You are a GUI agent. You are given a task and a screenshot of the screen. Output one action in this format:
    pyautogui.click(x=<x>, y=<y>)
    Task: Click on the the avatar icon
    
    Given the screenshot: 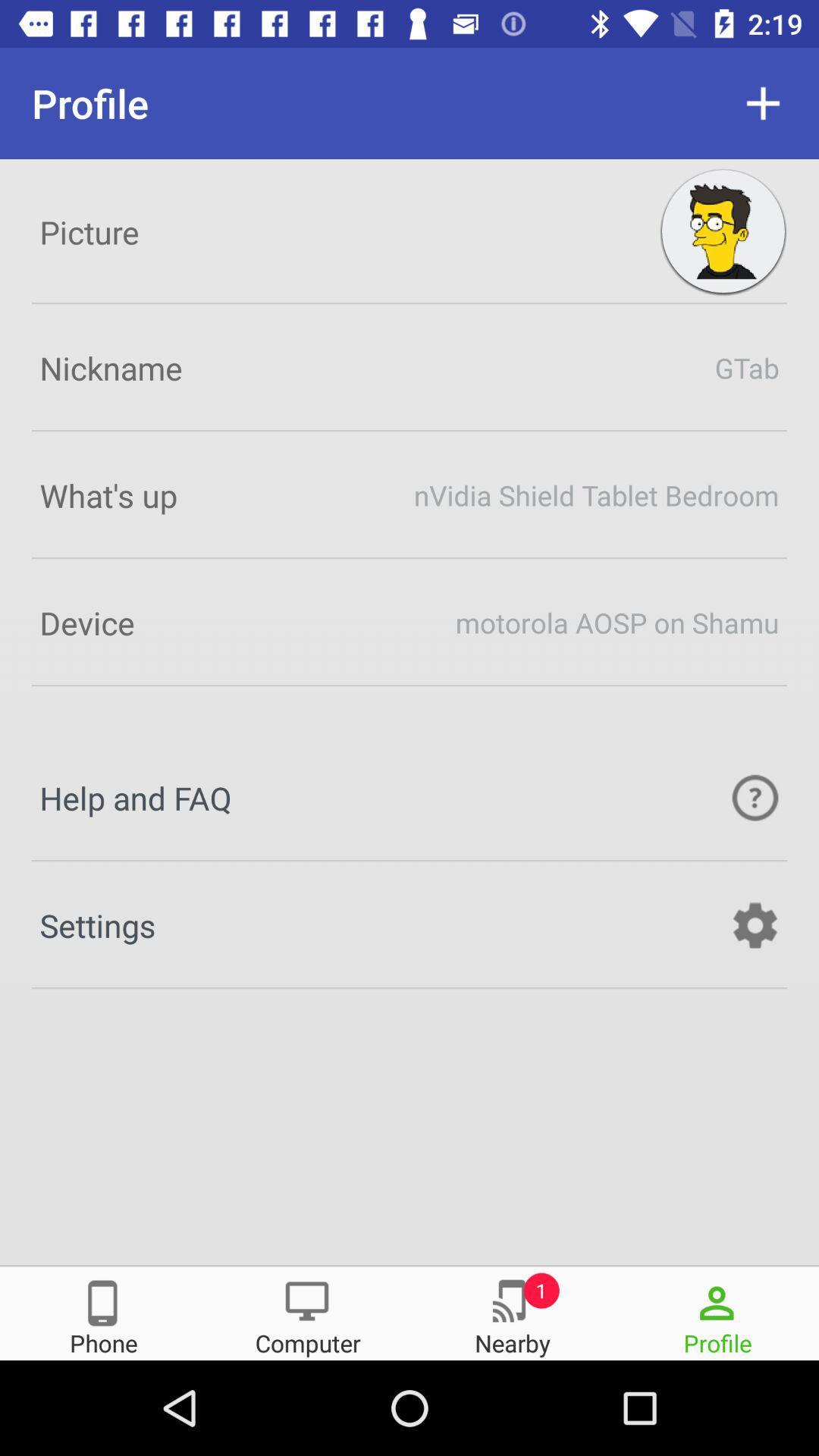 What is the action you would take?
    pyautogui.click(x=722, y=231)
    